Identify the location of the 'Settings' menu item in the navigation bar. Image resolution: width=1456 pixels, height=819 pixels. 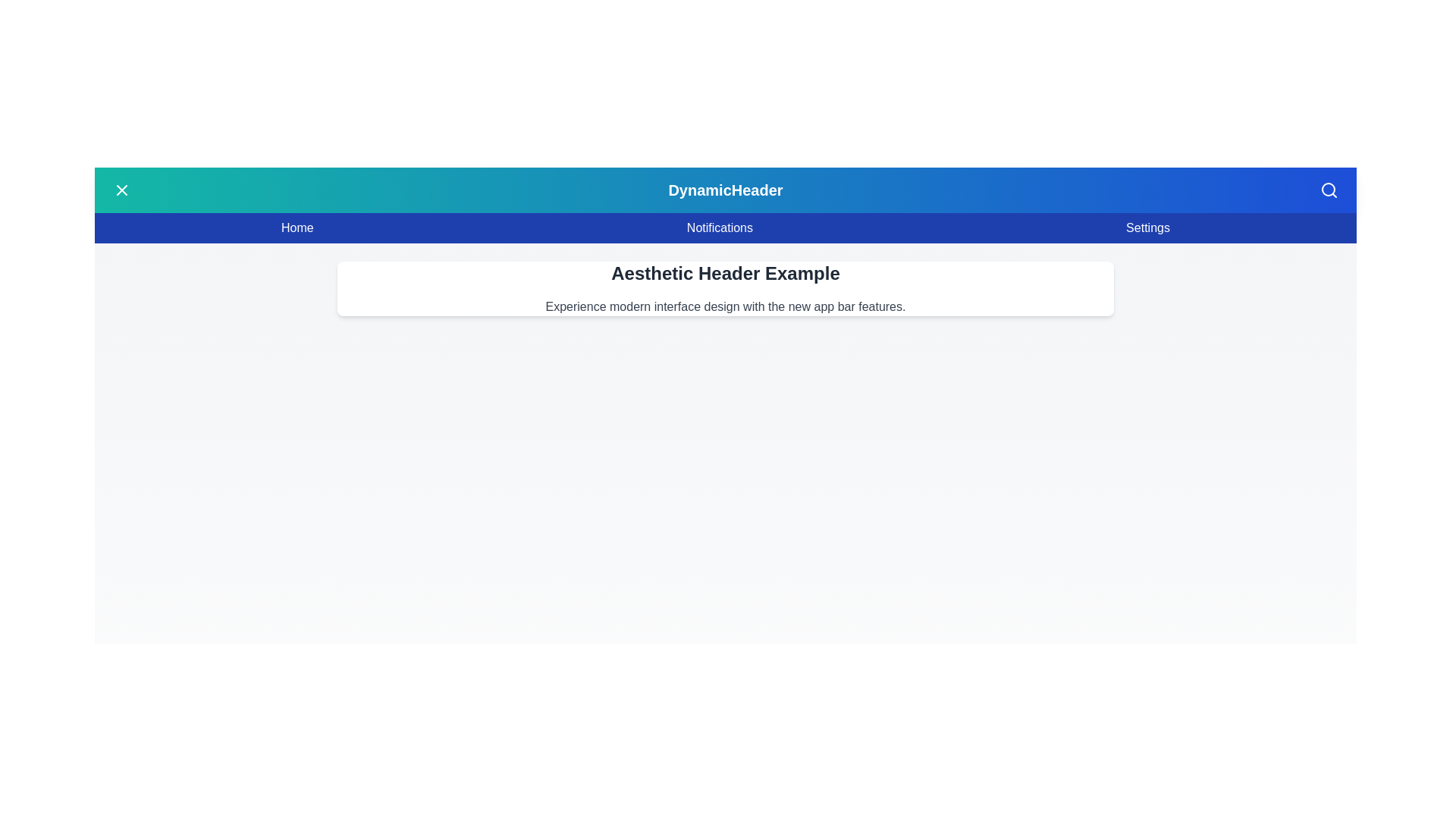
(1147, 227).